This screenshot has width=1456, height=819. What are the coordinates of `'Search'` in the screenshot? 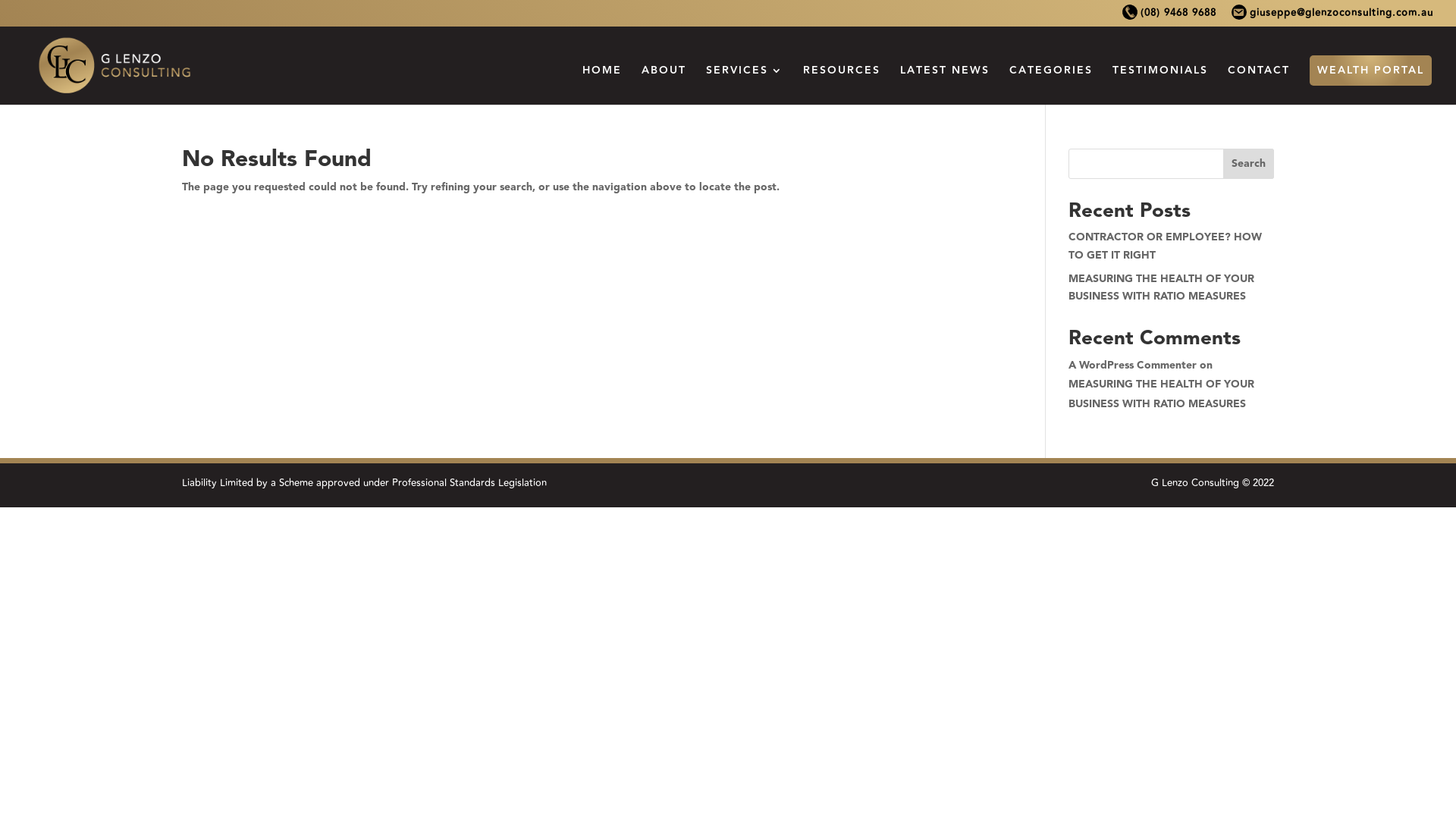 It's located at (1248, 164).